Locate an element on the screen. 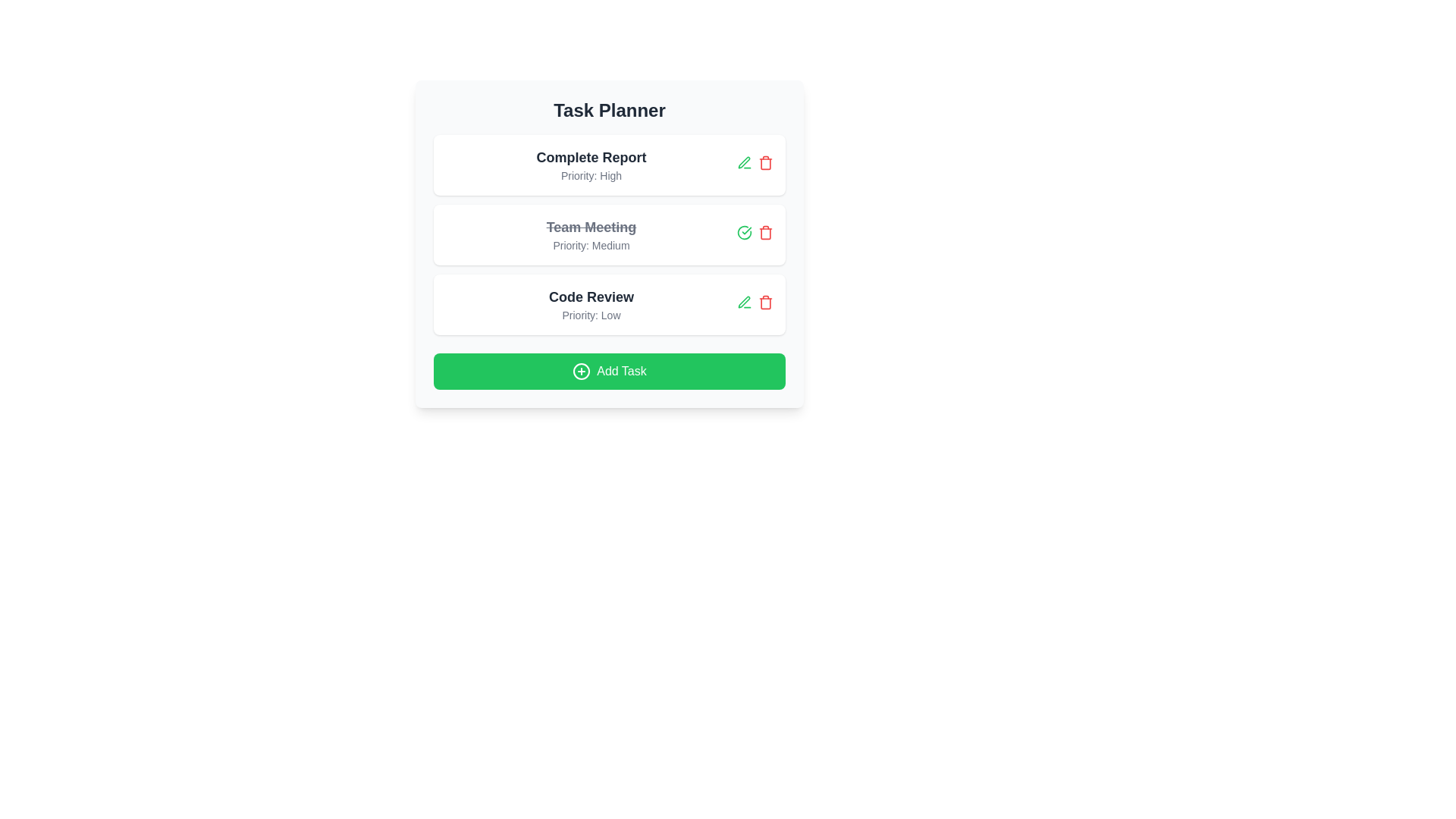 Image resolution: width=1456 pixels, height=819 pixels. the task title text for task 2 is located at coordinates (590, 227).